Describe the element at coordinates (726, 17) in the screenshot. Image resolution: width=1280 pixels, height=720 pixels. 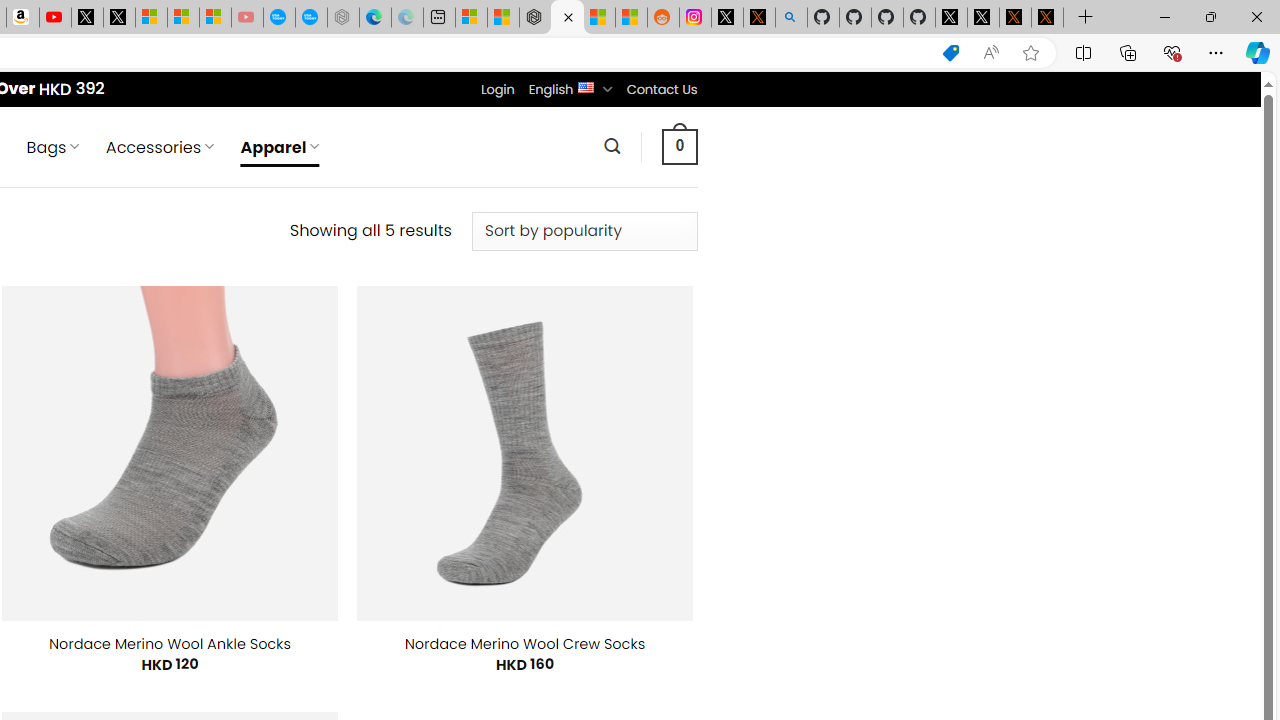
I see `'Log in to X / X'` at that location.